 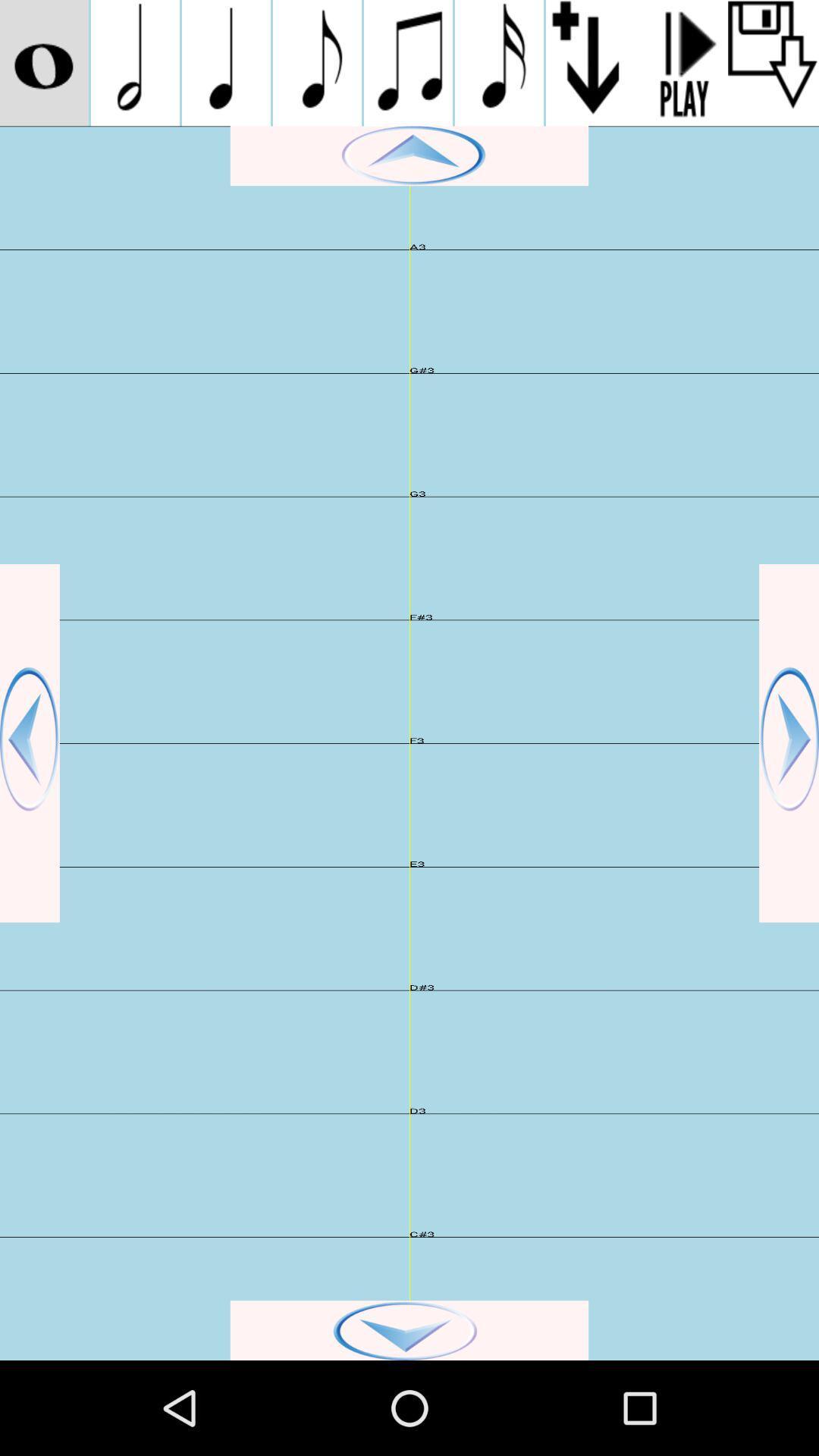 What do you see at coordinates (409, 1329) in the screenshot?
I see `scroll down` at bounding box center [409, 1329].